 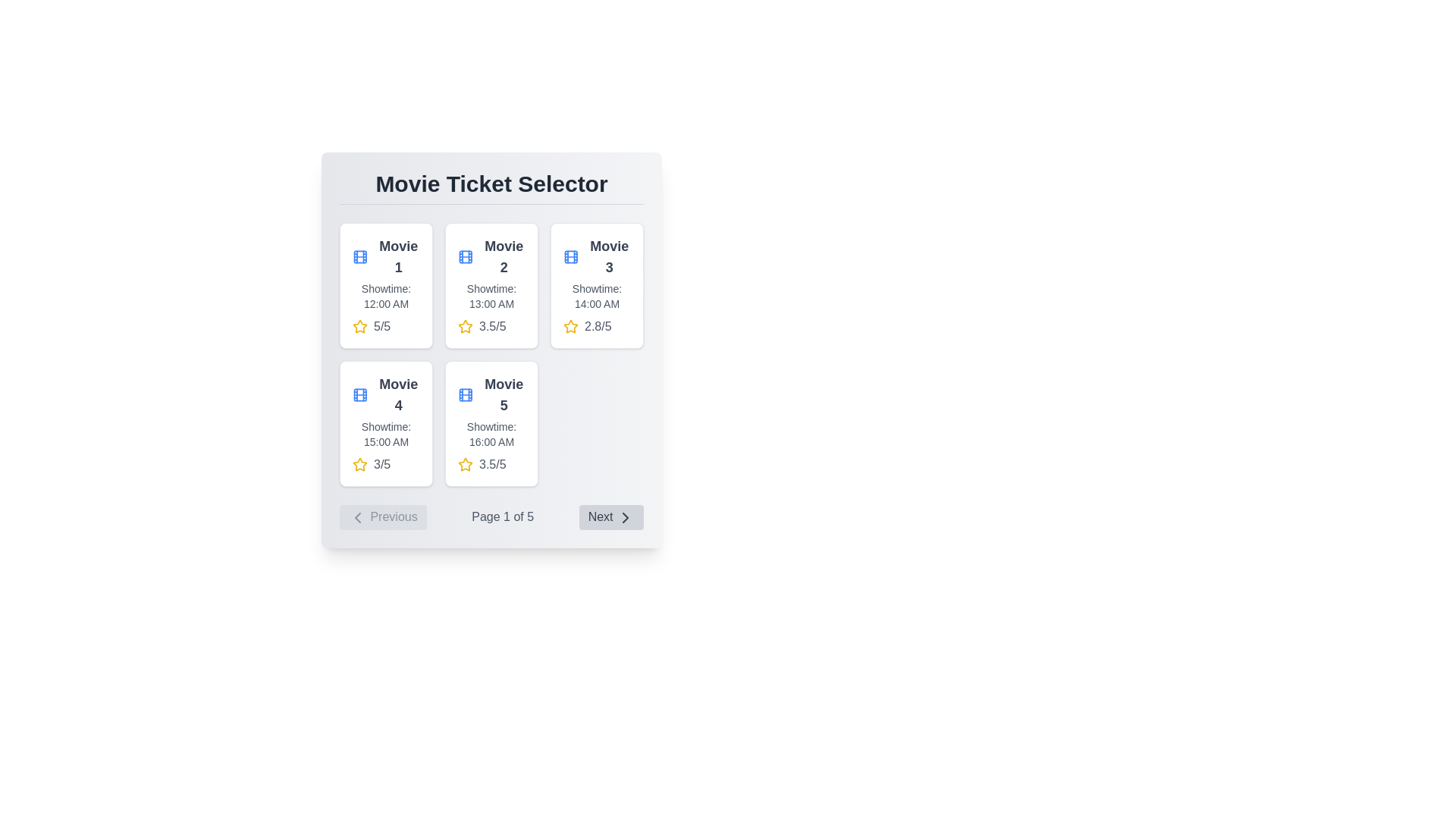 What do you see at coordinates (382, 326) in the screenshot?
I see `the rating text '5/5' displayed in gray font, located within the first movie card adjacent to a yellow star icon` at bounding box center [382, 326].